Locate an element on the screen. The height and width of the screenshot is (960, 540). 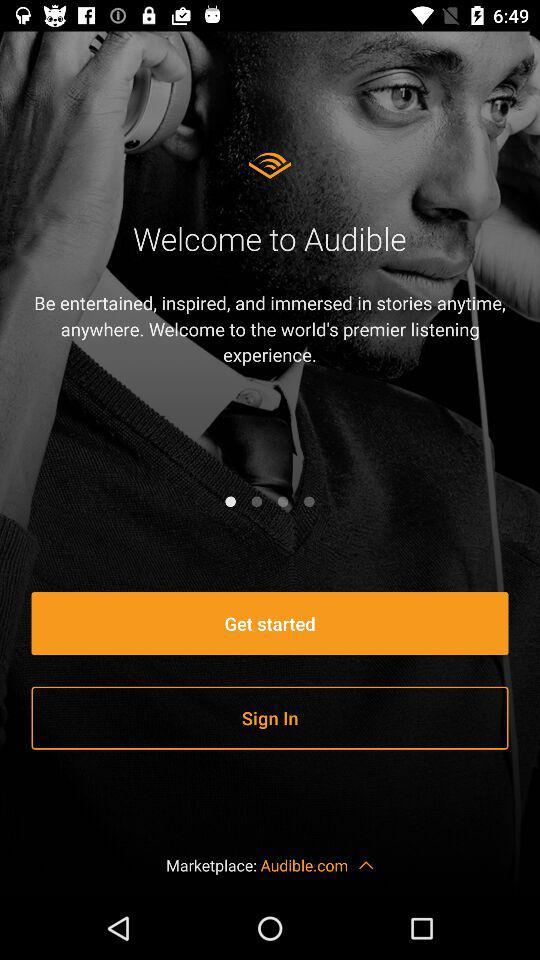
item below the be entertained inspired item is located at coordinates (229, 500).